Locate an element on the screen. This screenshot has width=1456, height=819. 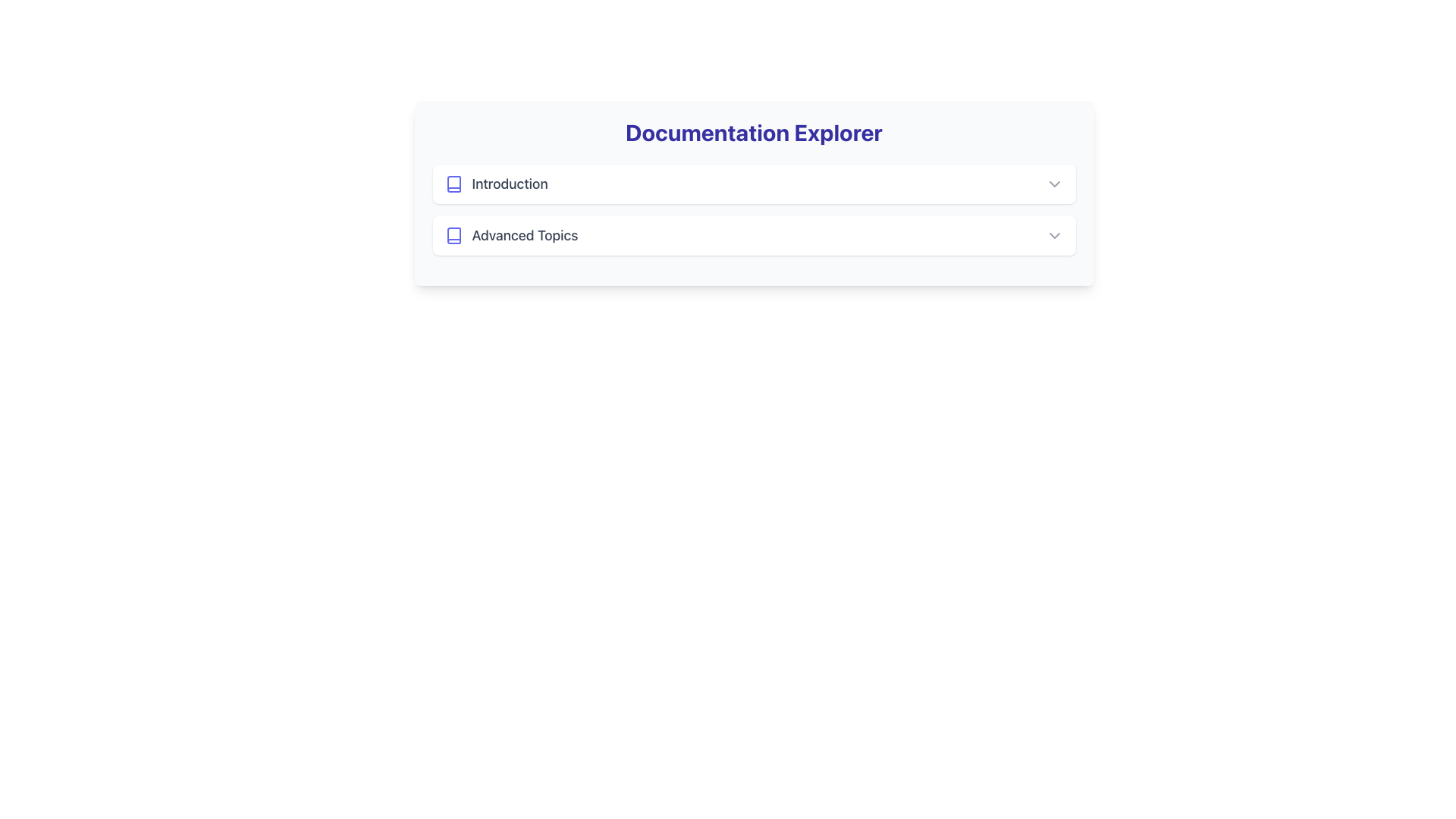
the book icon representing the 'Introduction' option in the 'Documentation Explorer' list is located at coordinates (453, 184).